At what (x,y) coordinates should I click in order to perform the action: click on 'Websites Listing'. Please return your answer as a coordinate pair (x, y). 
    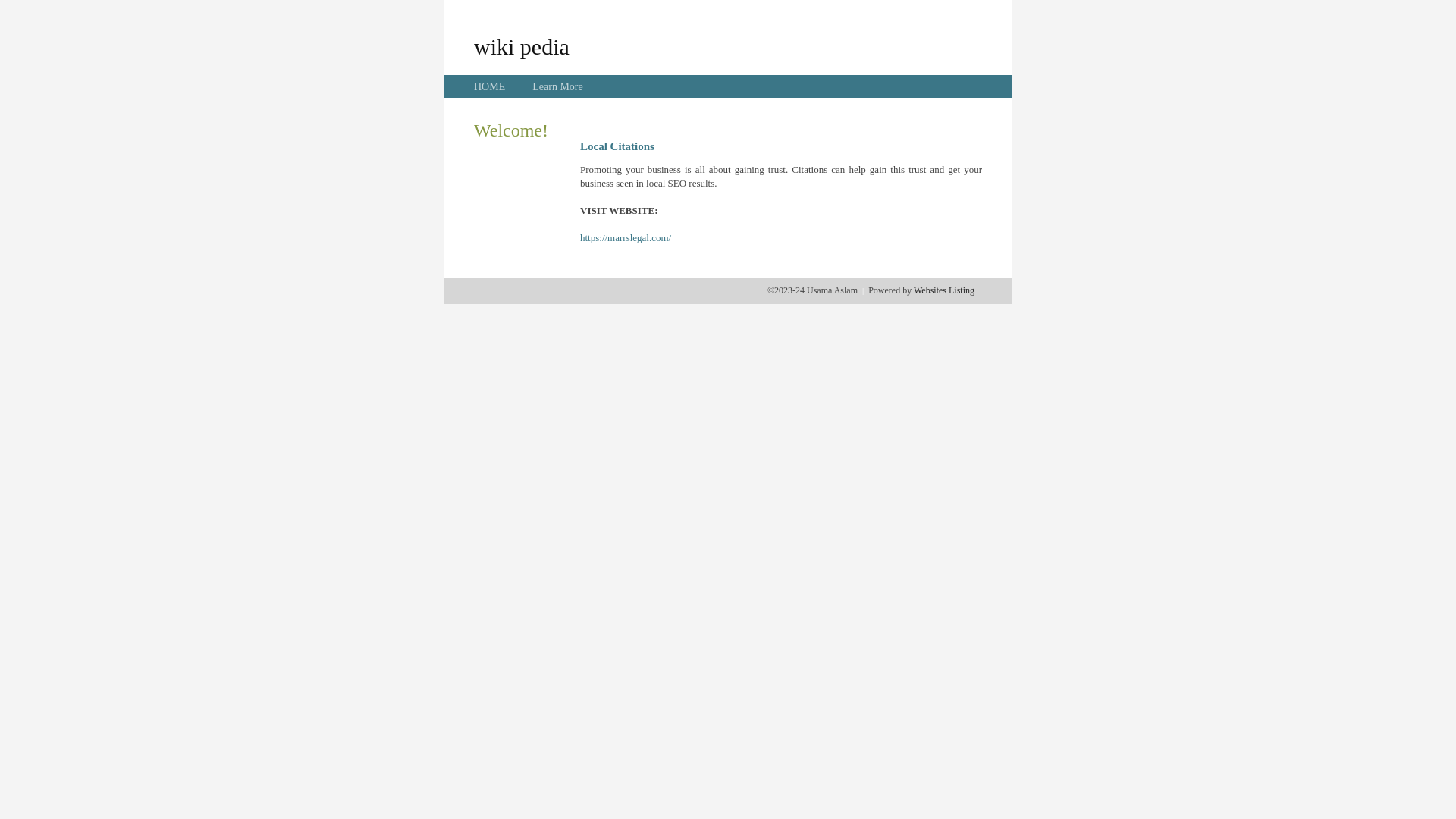
    Looking at the image, I should click on (943, 290).